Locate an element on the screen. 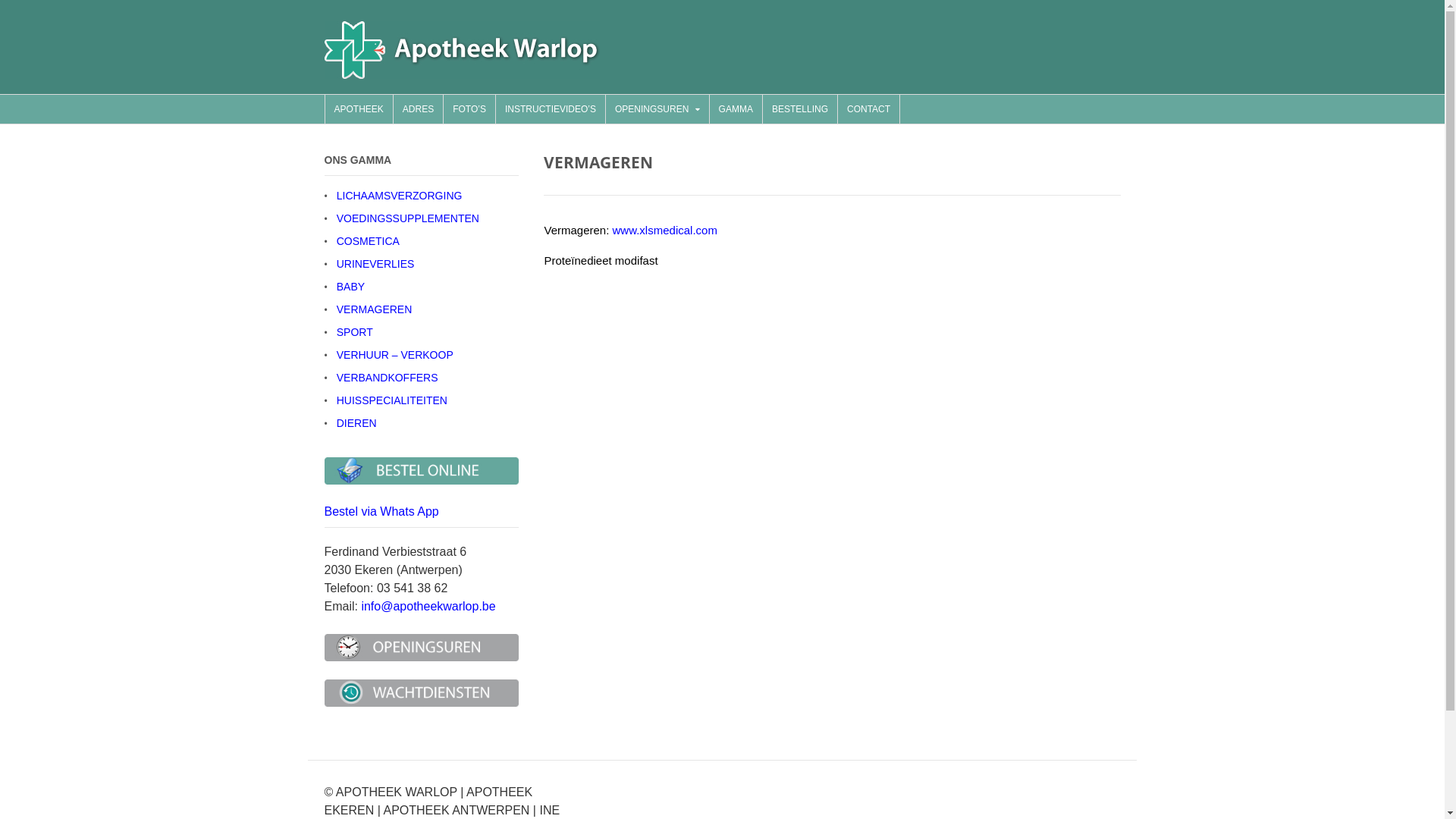  'info@apotheekwarlop.be' is located at coordinates (427, 605).